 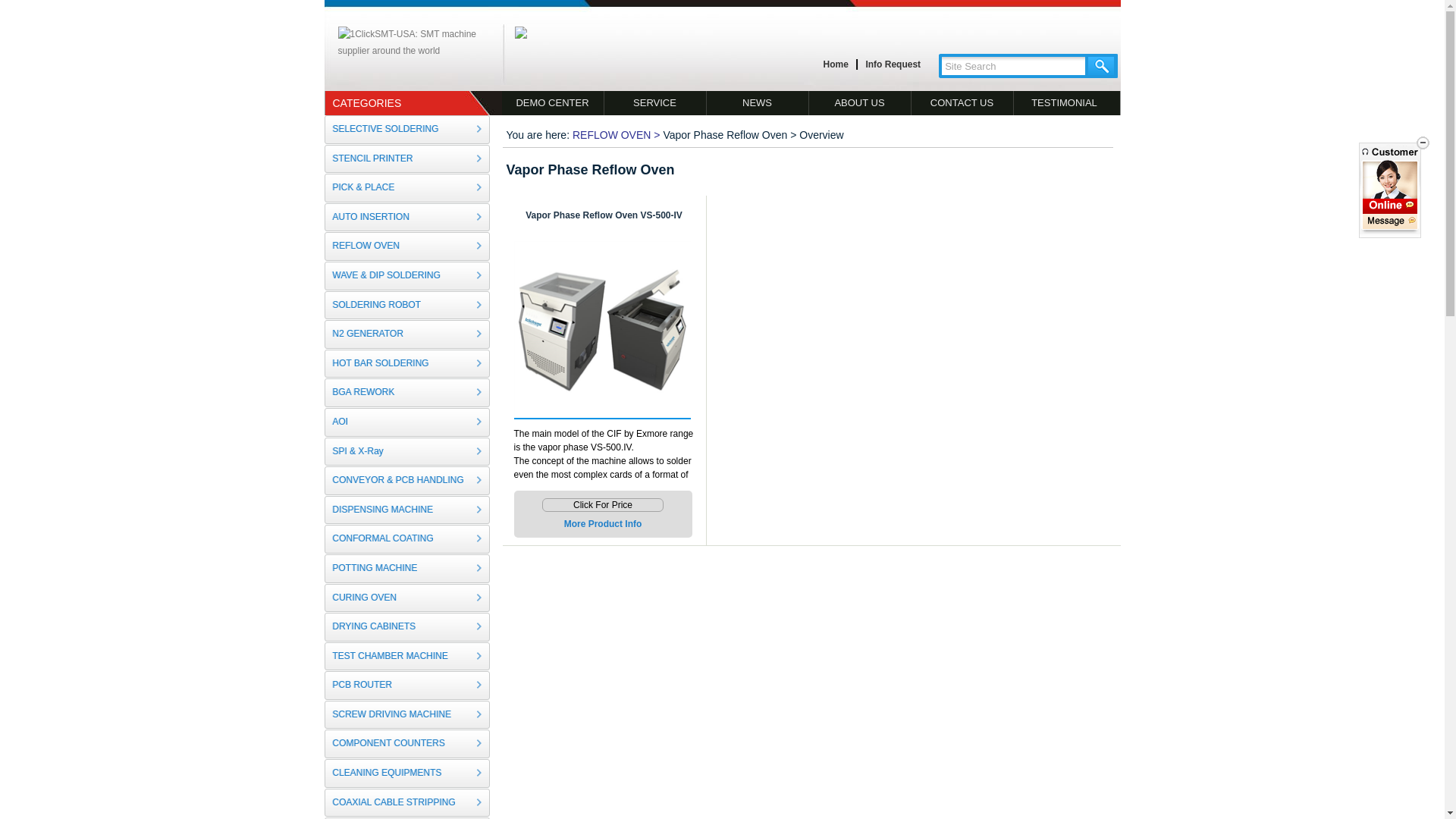 I want to click on 'DEMO CENTER', so click(x=552, y=102).